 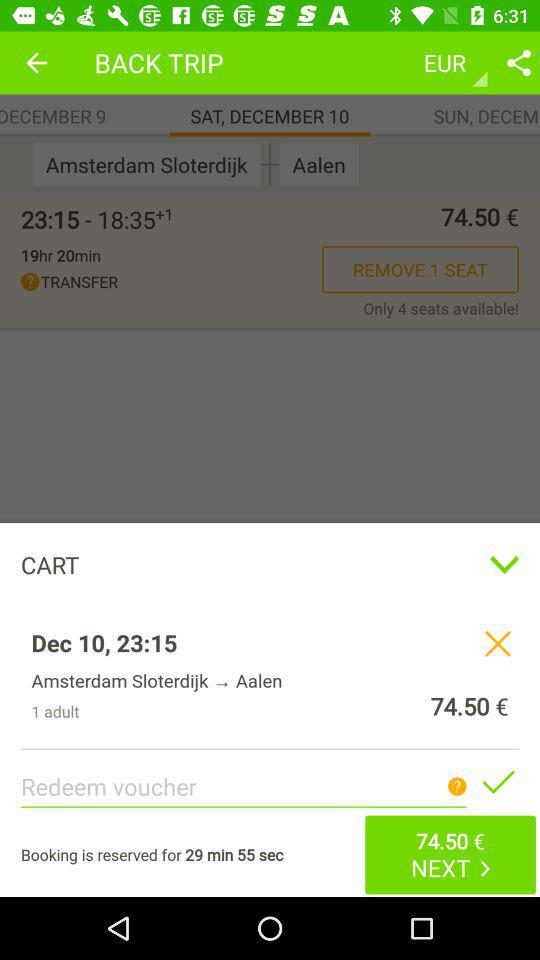 What do you see at coordinates (270, 453) in the screenshot?
I see `the item above booking is reserved icon` at bounding box center [270, 453].